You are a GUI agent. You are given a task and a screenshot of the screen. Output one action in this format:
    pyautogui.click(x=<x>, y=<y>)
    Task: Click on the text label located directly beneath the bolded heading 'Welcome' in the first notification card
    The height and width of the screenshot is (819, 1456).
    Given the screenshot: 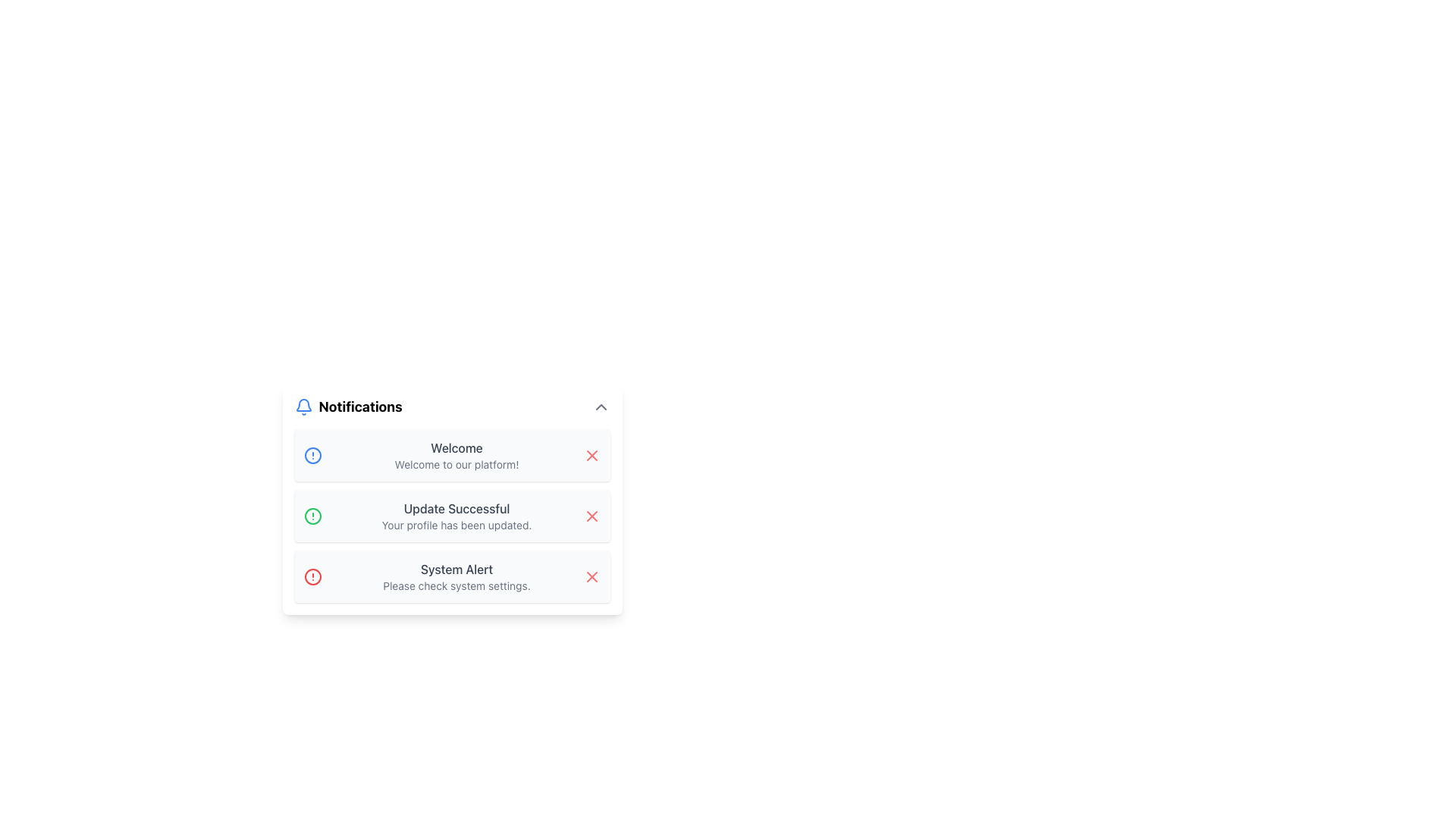 What is the action you would take?
    pyautogui.click(x=456, y=464)
    